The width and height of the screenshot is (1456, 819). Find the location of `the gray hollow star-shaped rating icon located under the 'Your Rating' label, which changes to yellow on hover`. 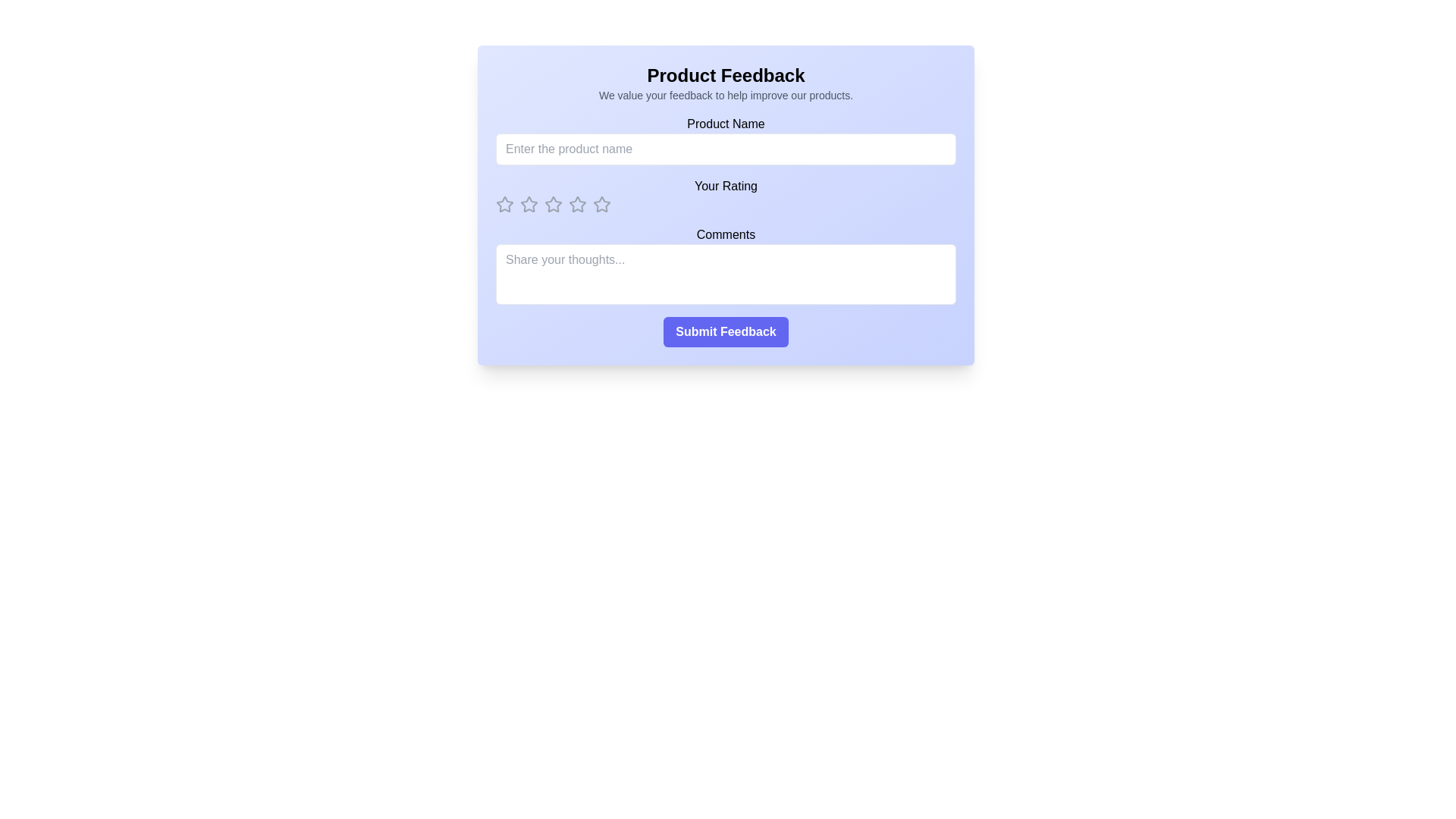

the gray hollow star-shaped rating icon located under the 'Your Rating' label, which changes to yellow on hover is located at coordinates (505, 203).